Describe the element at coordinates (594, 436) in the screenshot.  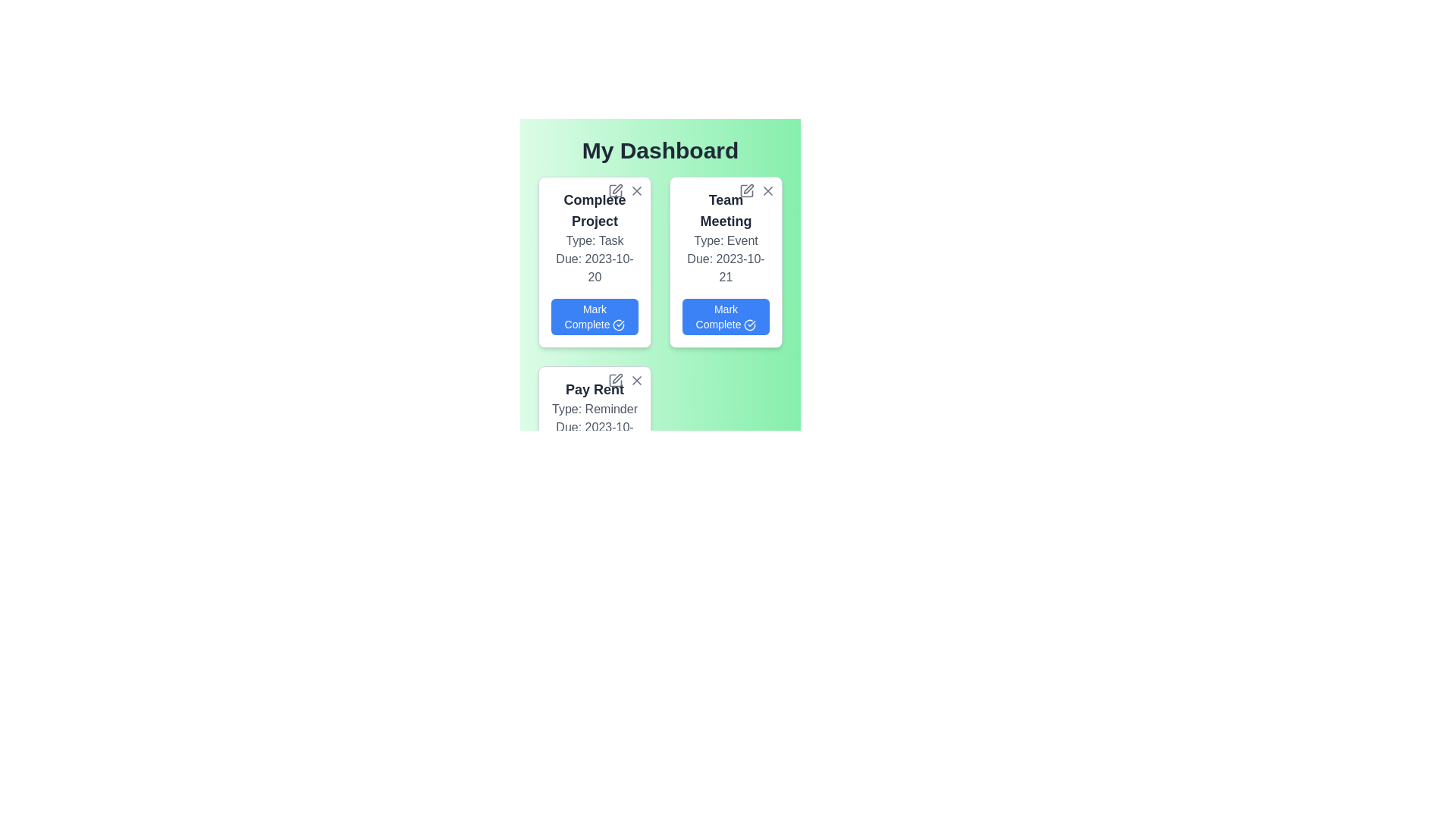
I see `the text label displaying 'Due: 2023-10-25' which is styled with gray color and located within the 'Pay Rent' card` at that location.